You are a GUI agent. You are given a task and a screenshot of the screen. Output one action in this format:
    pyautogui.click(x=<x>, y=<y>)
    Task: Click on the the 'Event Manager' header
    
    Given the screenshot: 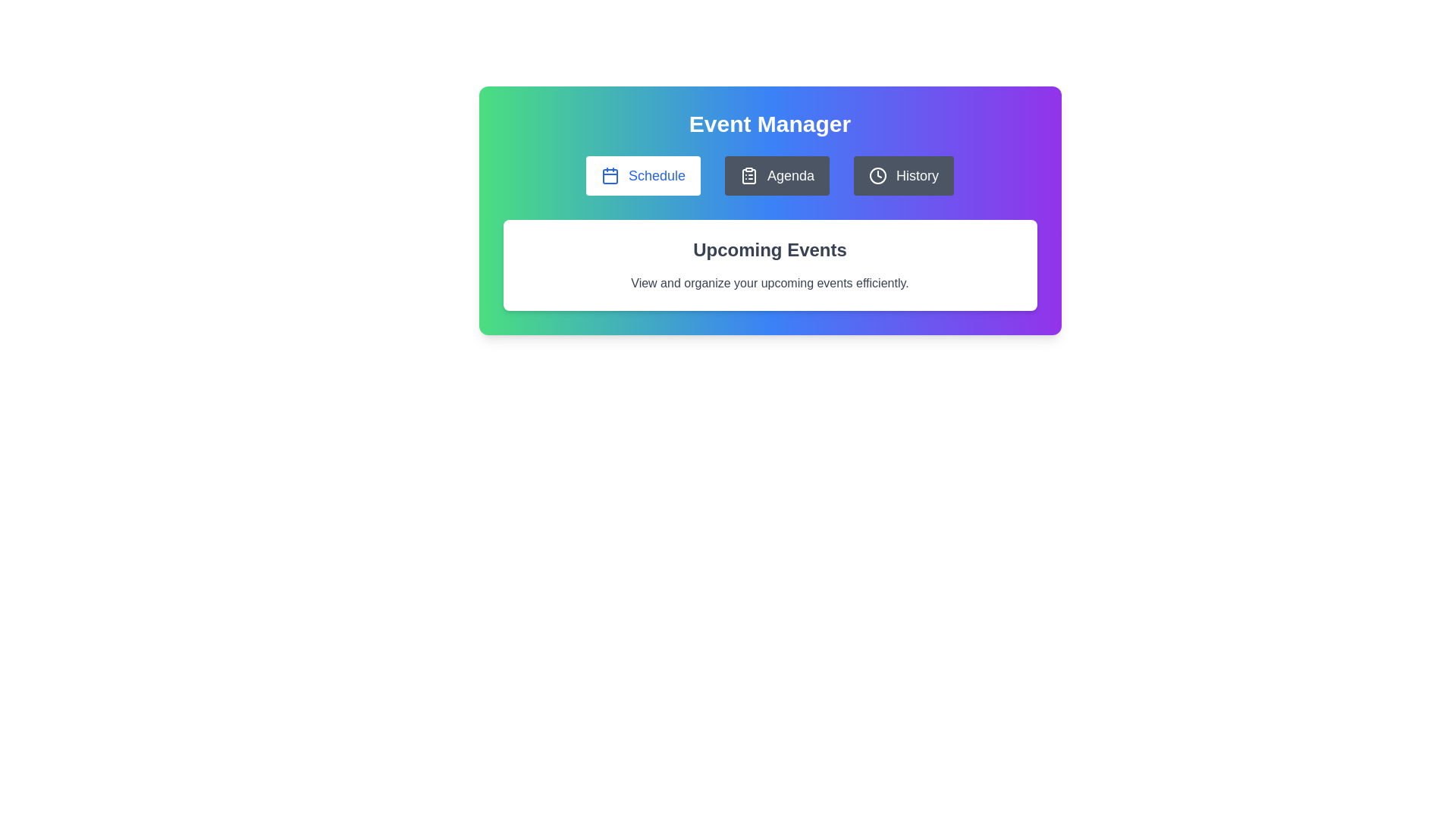 What is the action you would take?
    pyautogui.click(x=770, y=124)
    